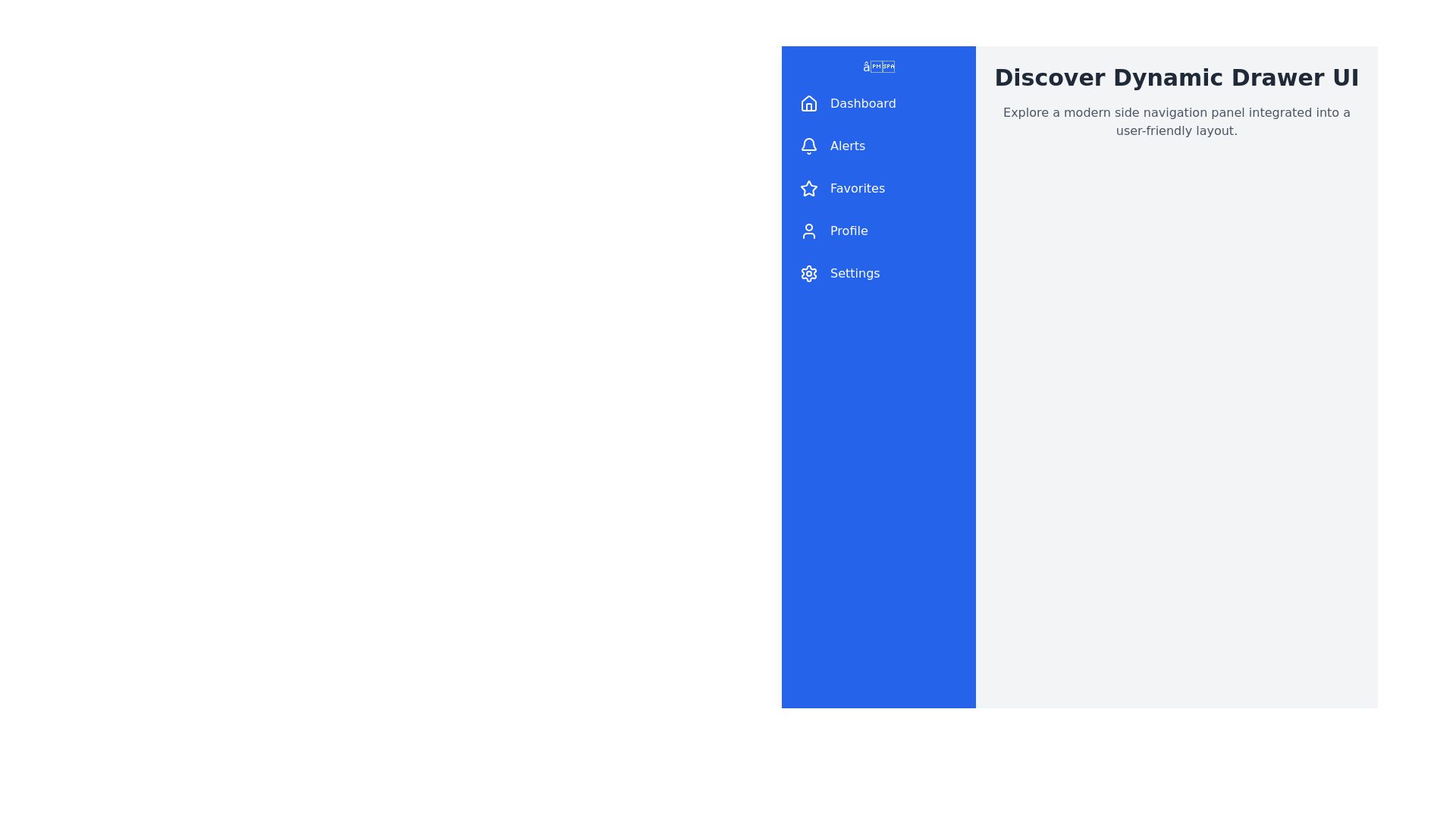  What do you see at coordinates (808, 188) in the screenshot?
I see `the star-shaped icon in the left-side navigation bar adjacent to the text 'Favorites'` at bounding box center [808, 188].